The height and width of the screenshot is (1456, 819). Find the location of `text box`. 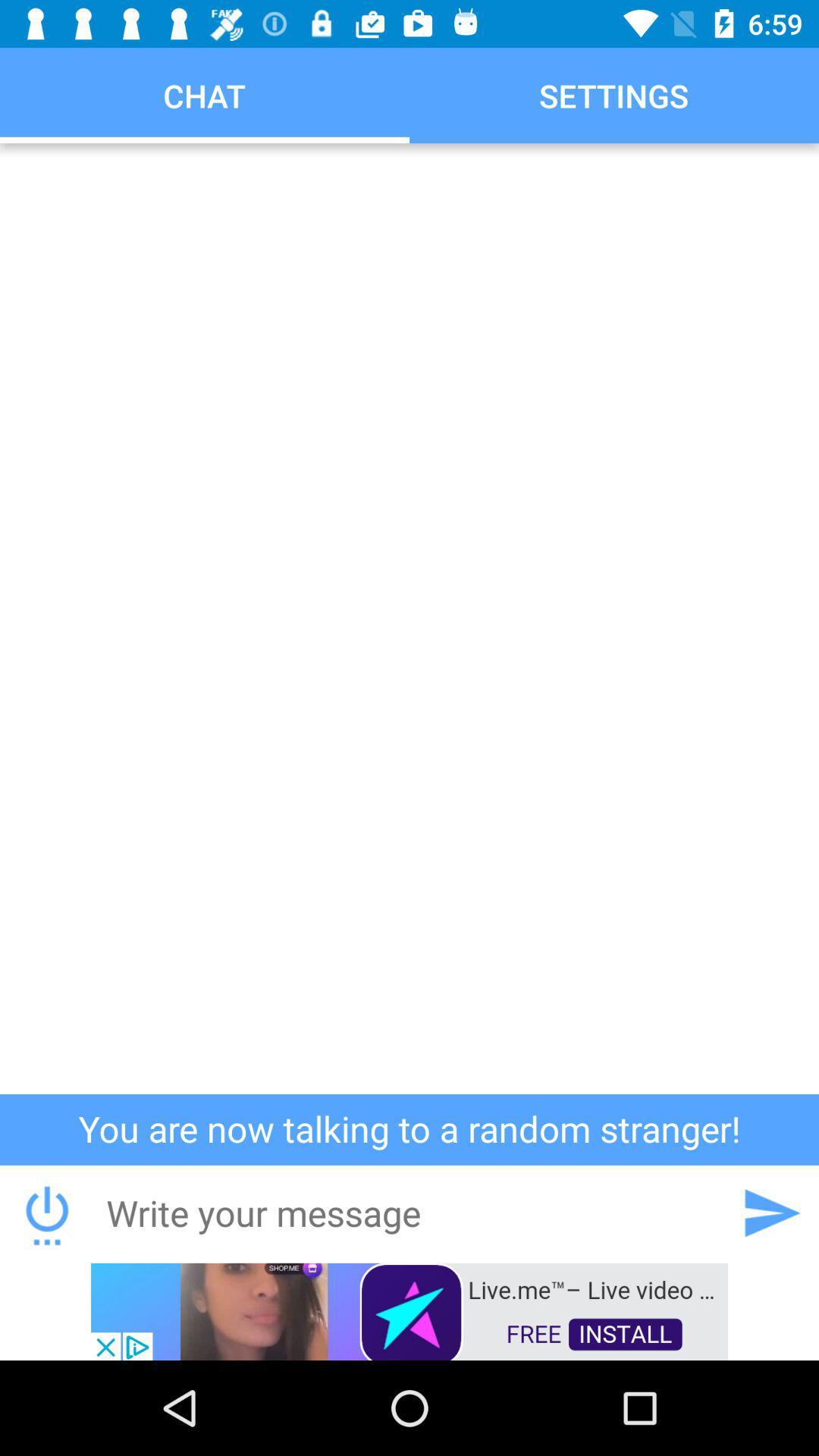

text box is located at coordinates (408, 1212).